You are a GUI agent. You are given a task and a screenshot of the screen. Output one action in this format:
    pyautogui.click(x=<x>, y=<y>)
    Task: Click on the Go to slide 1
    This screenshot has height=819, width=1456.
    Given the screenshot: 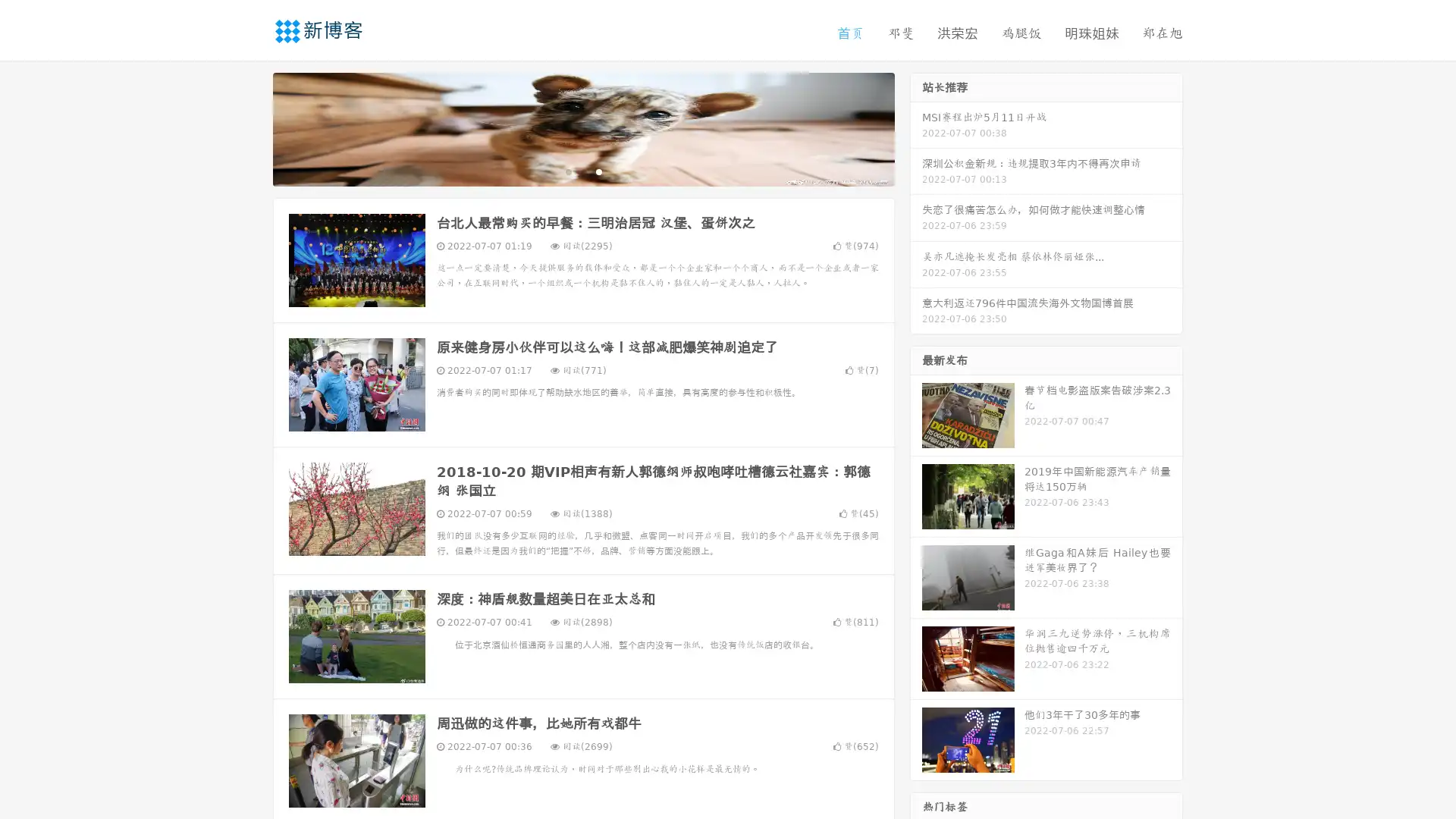 What is the action you would take?
    pyautogui.click(x=567, y=171)
    